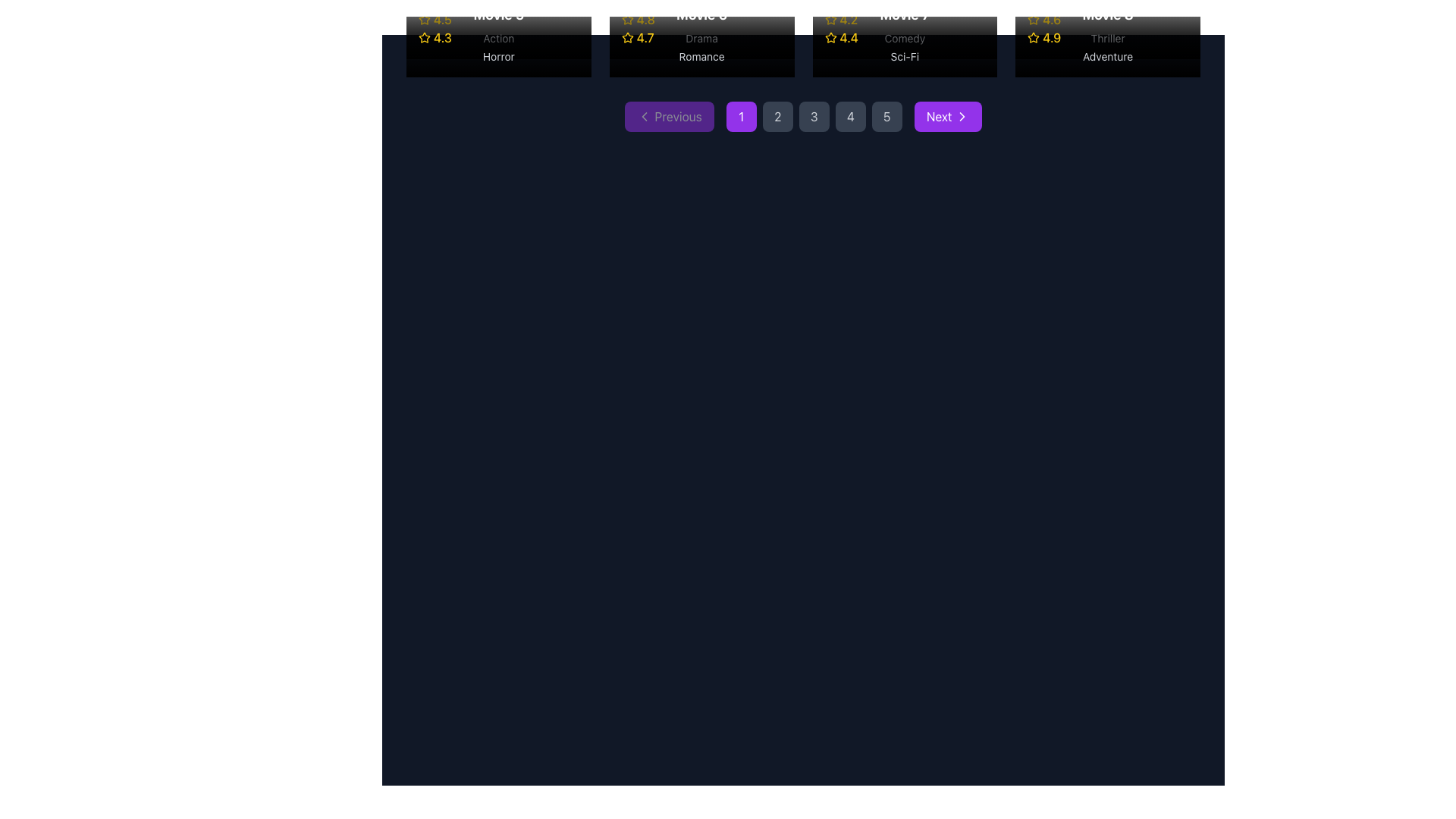  I want to click on the text label displaying 'Movie 6' in bold white font, which is positioned prominently at the top of a dark gradient background, so click(701, 14).